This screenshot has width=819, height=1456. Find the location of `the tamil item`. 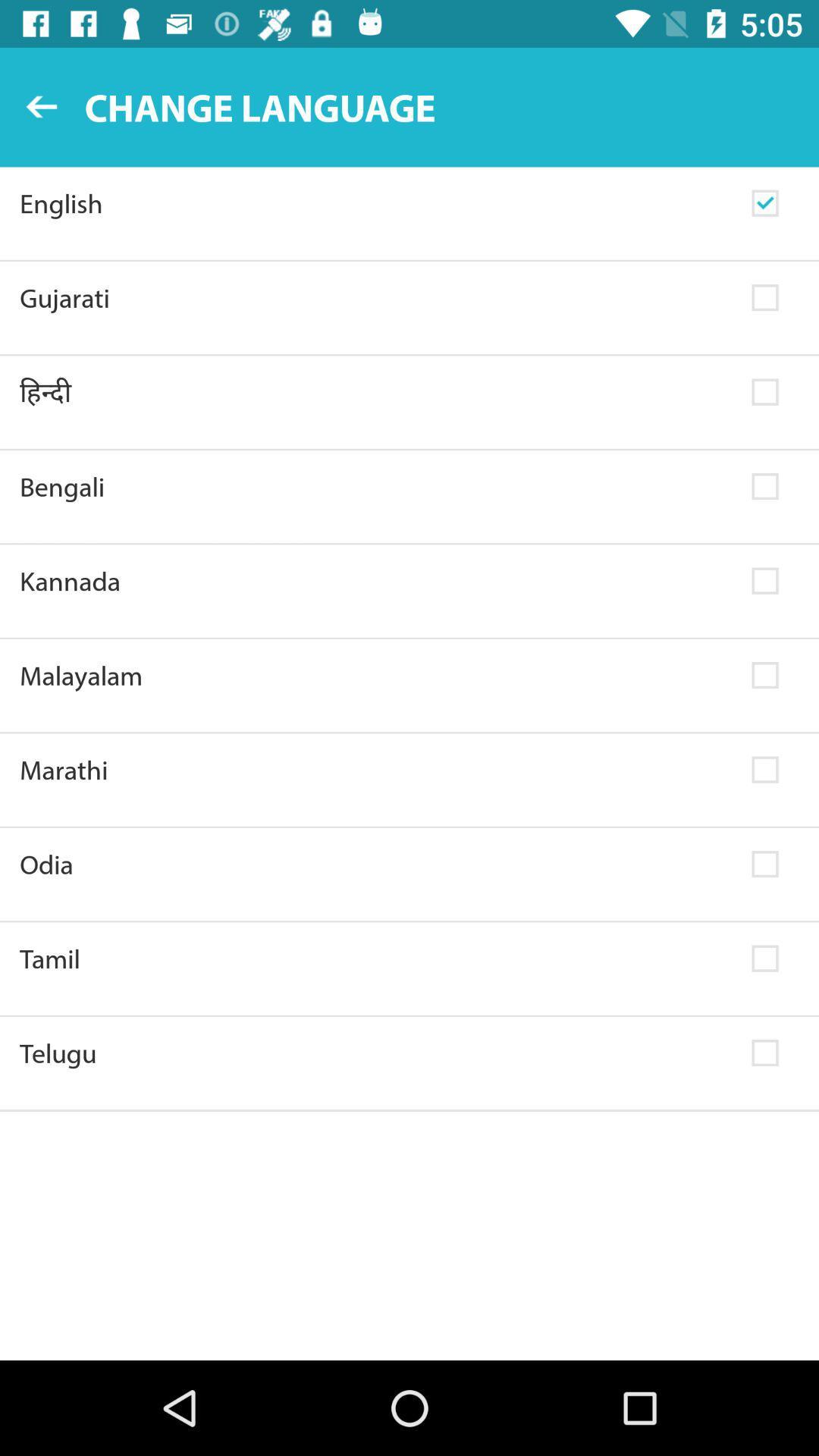

the tamil item is located at coordinates (375, 958).